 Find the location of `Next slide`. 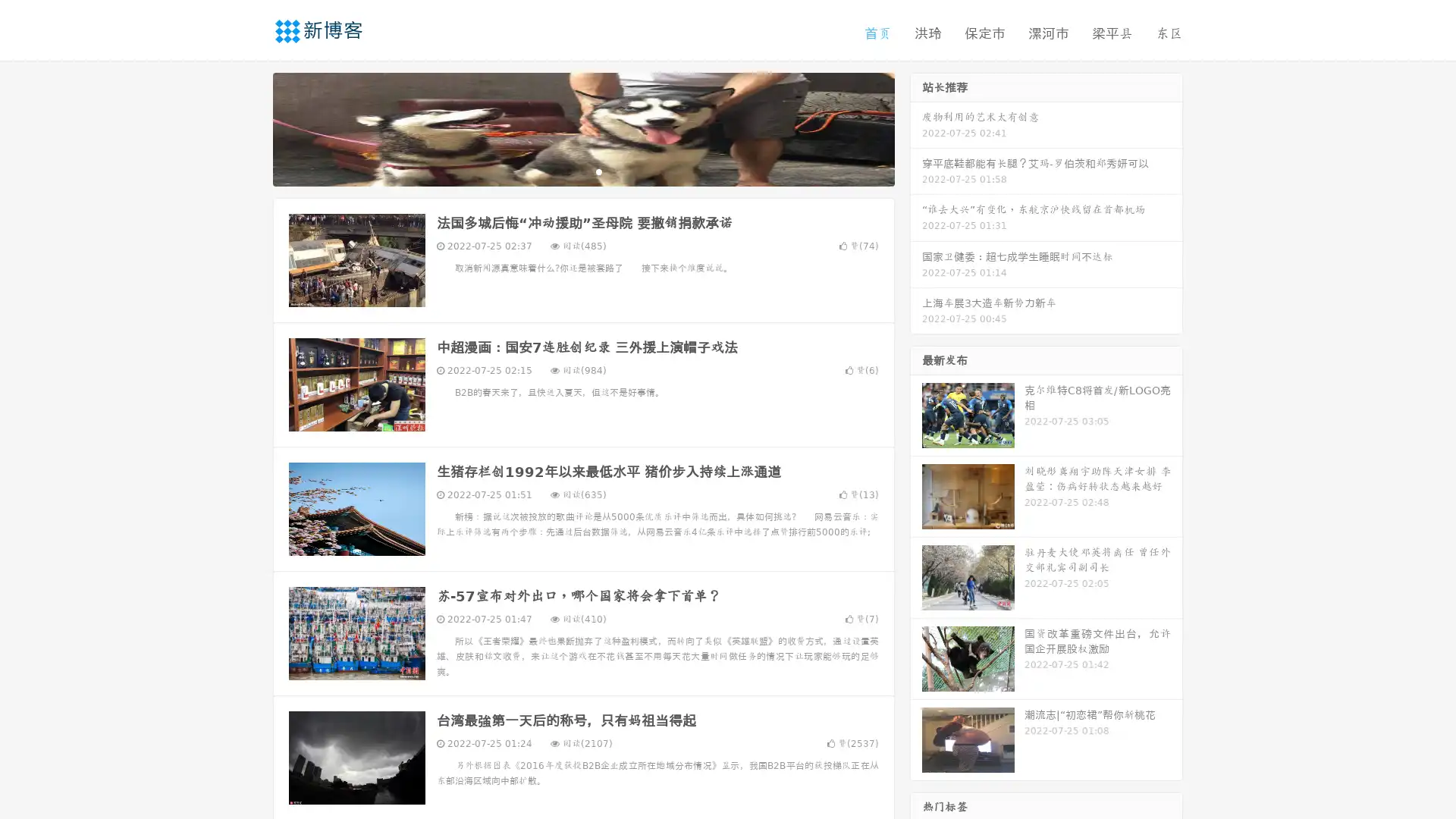

Next slide is located at coordinates (916, 127).